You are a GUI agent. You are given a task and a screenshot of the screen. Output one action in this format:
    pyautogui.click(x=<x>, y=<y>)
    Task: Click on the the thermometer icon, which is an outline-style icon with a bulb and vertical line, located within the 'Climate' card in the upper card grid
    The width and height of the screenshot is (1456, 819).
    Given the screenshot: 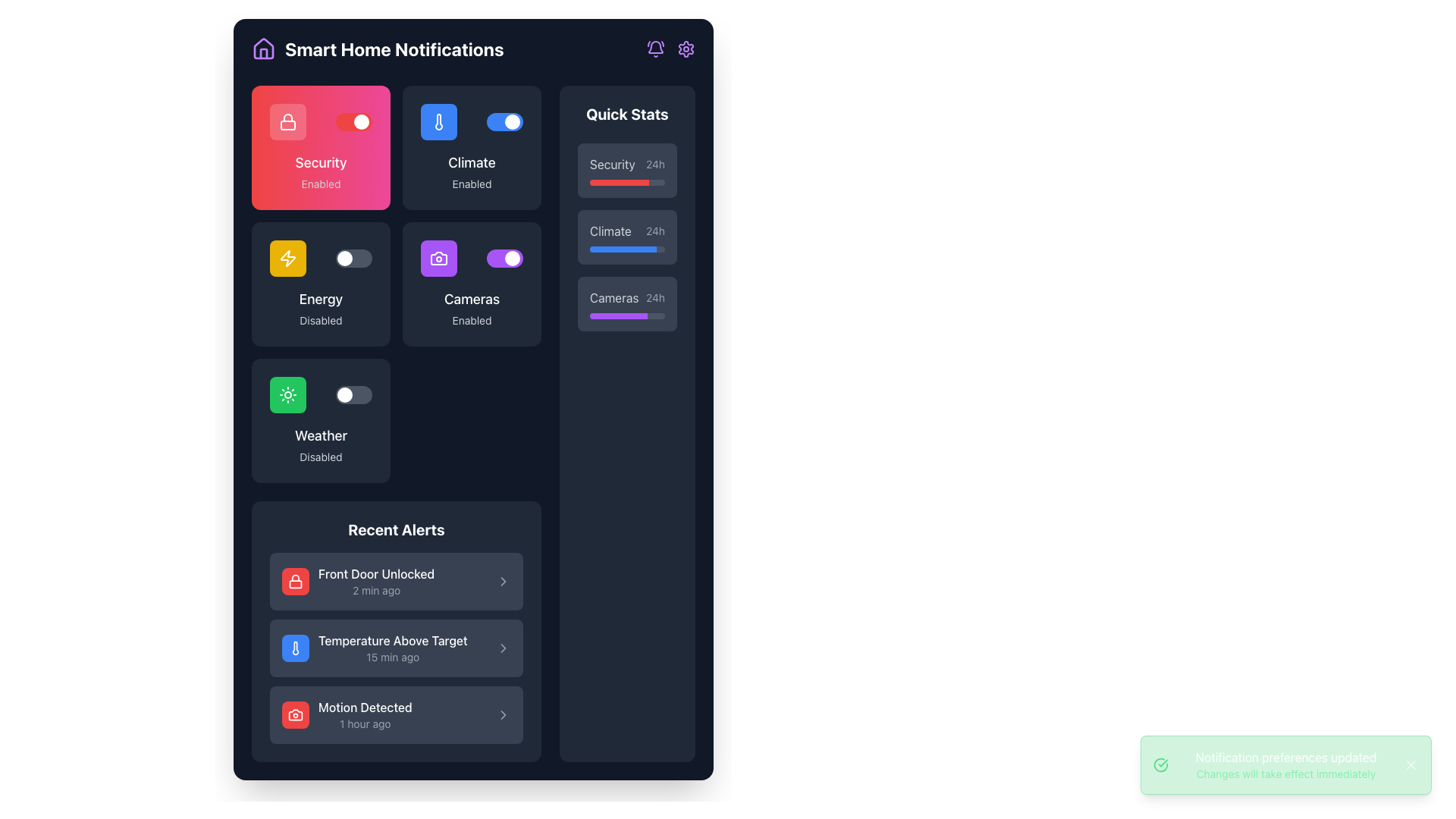 What is the action you would take?
    pyautogui.click(x=438, y=121)
    